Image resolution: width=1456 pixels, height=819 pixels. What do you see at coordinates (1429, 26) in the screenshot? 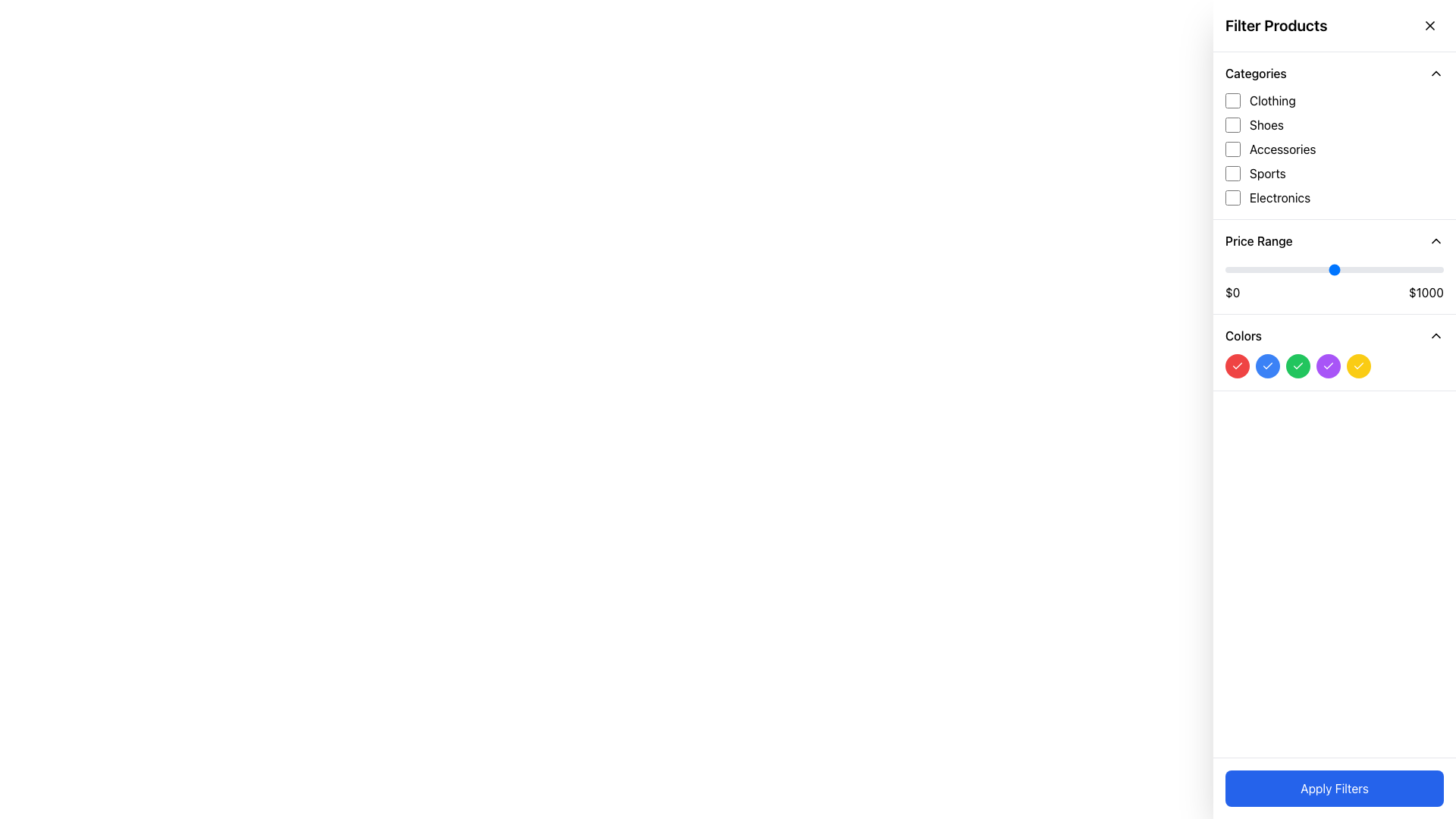
I see `the Close Button icon, which is a diagonal cross mark resembling the letter 'X', located in the top-right corner of the filter panel` at bounding box center [1429, 26].